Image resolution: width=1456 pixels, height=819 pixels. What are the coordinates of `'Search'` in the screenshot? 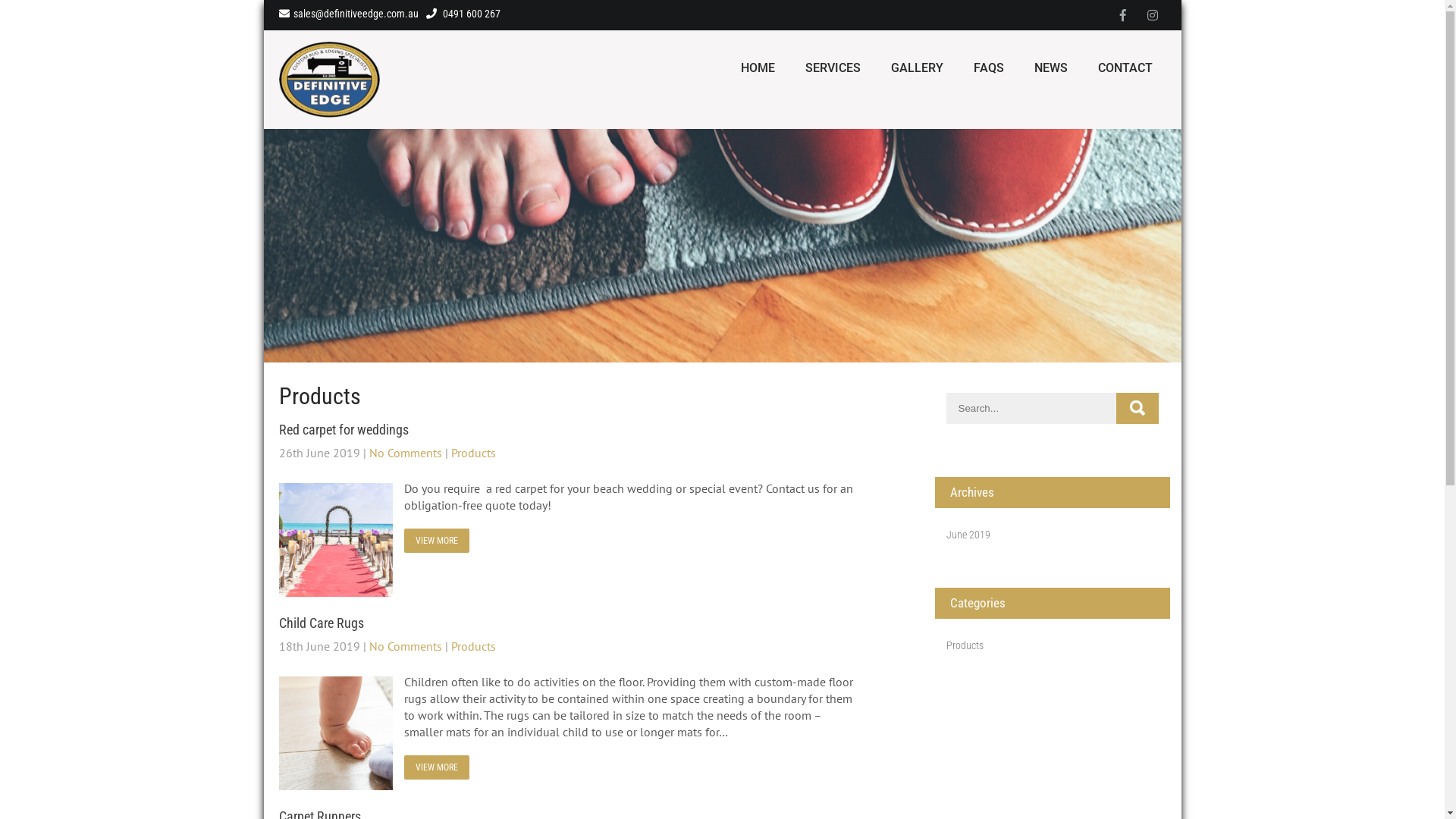 It's located at (1137, 407).